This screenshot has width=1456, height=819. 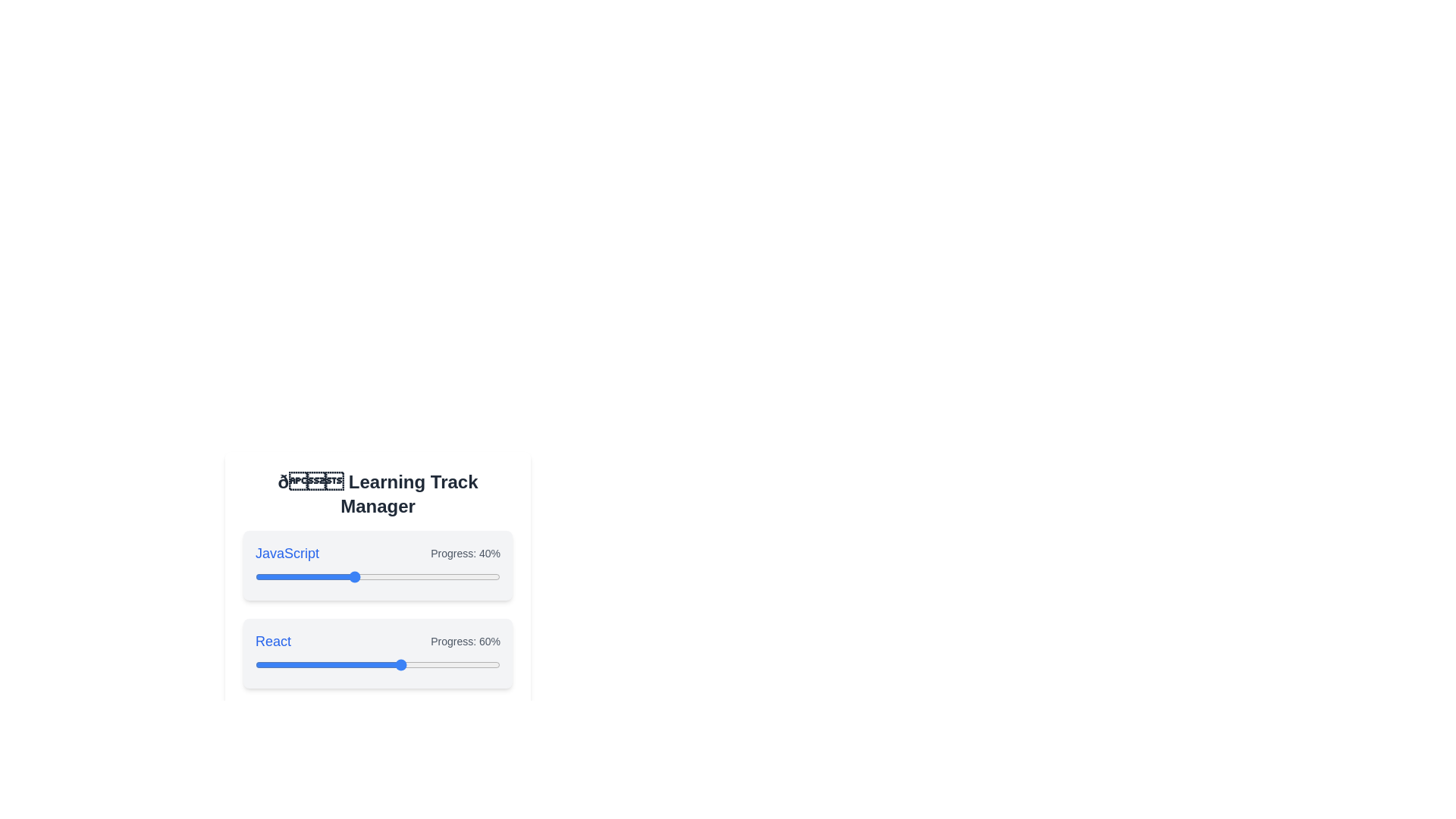 What do you see at coordinates (375, 576) in the screenshot?
I see `the progress for 'JavaScript' track` at bounding box center [375, 576].